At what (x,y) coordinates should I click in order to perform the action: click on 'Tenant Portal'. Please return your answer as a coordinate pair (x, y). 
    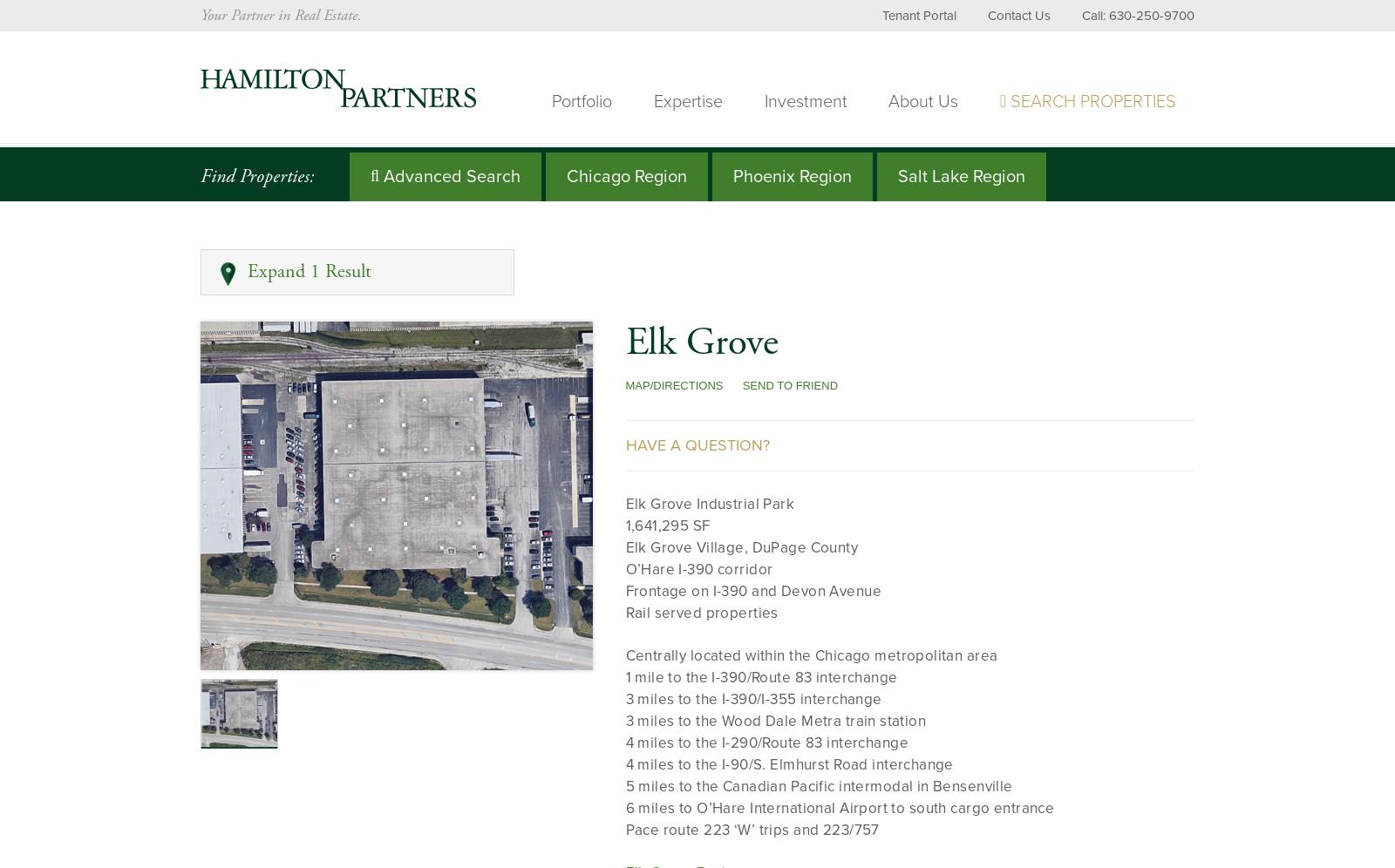
    Looking at the image, I should click on (881, 16).